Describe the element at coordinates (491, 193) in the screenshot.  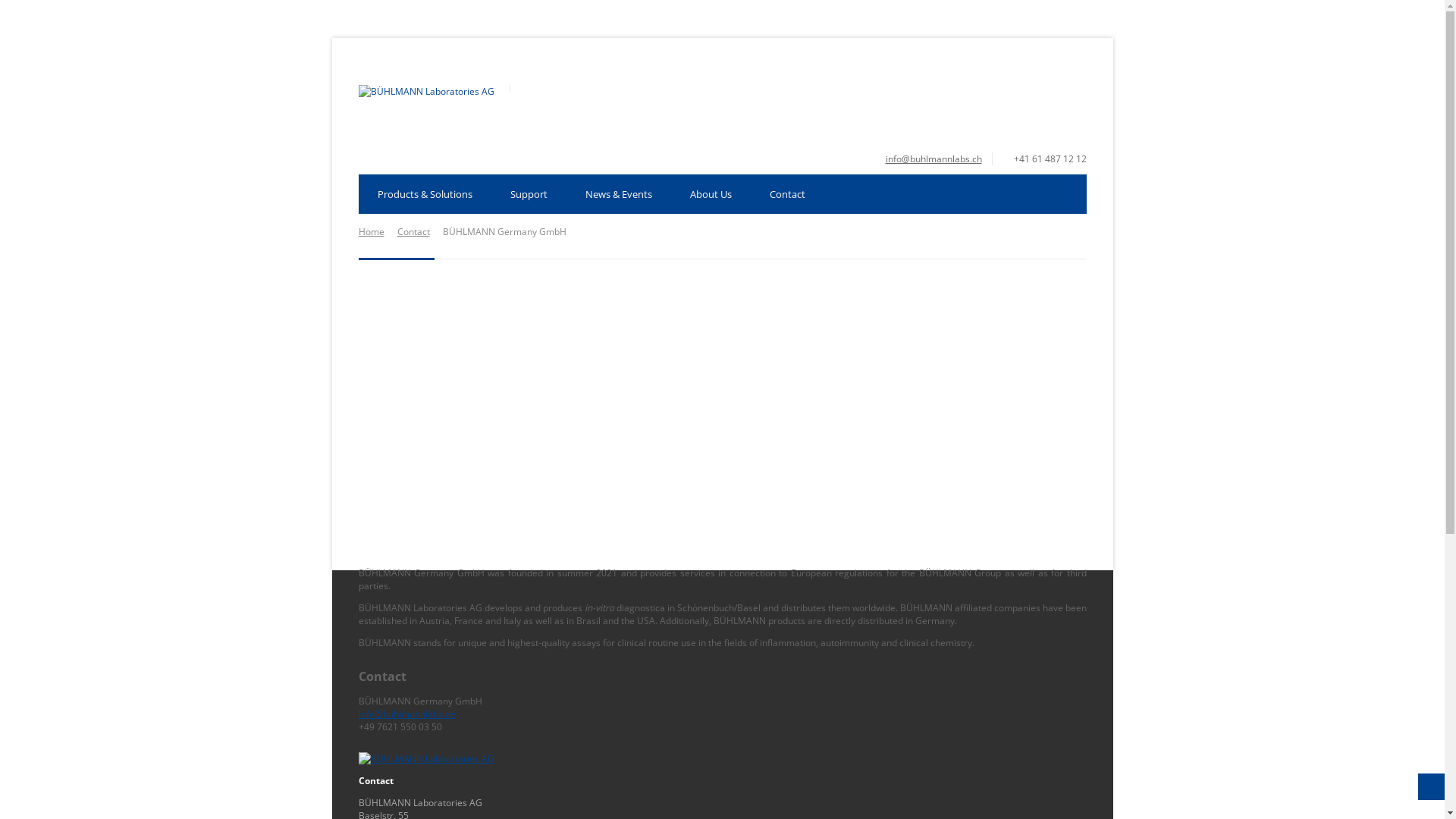
I see `'Support'` at that location.